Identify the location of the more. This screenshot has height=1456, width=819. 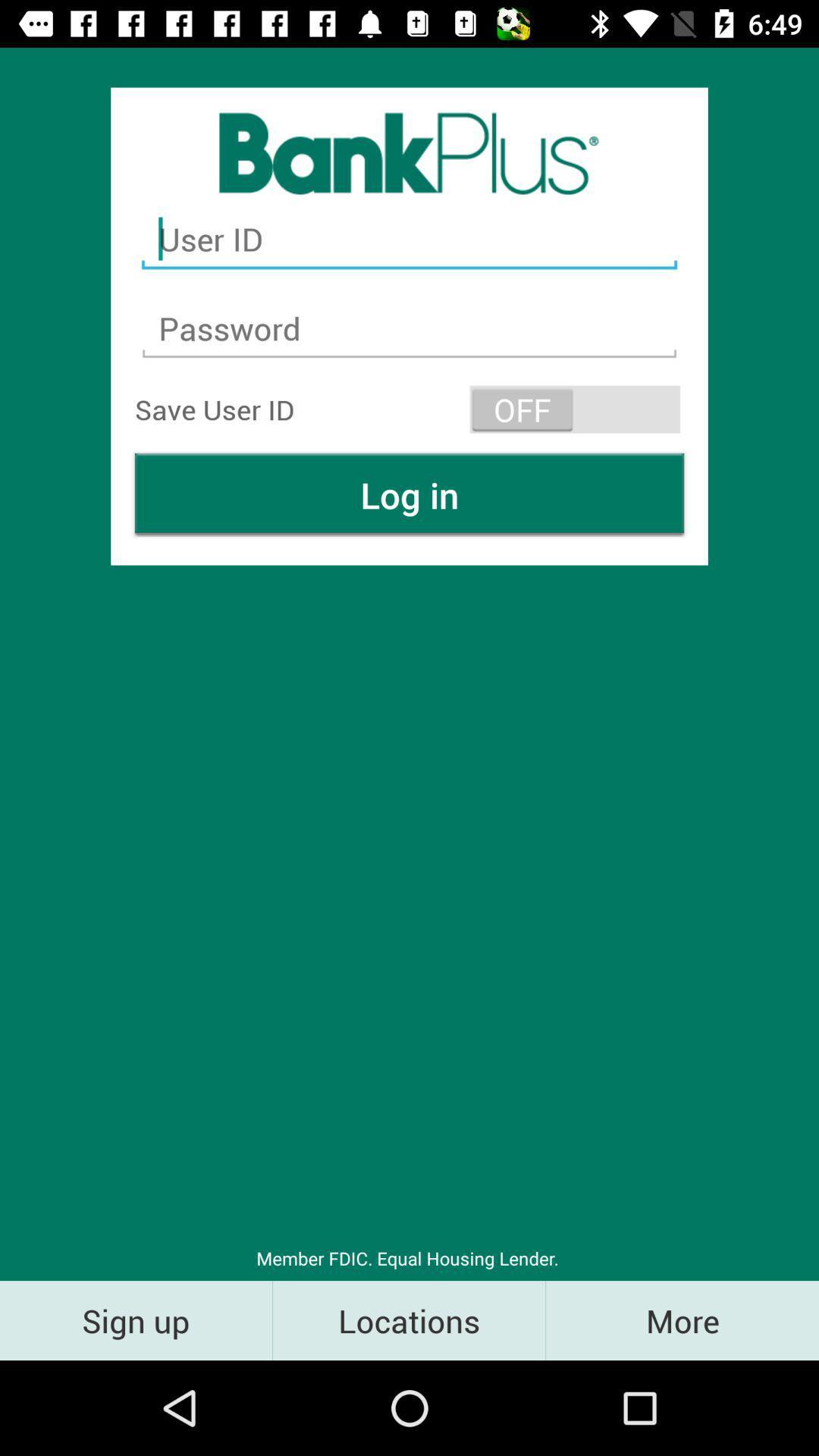
(681, 1319).